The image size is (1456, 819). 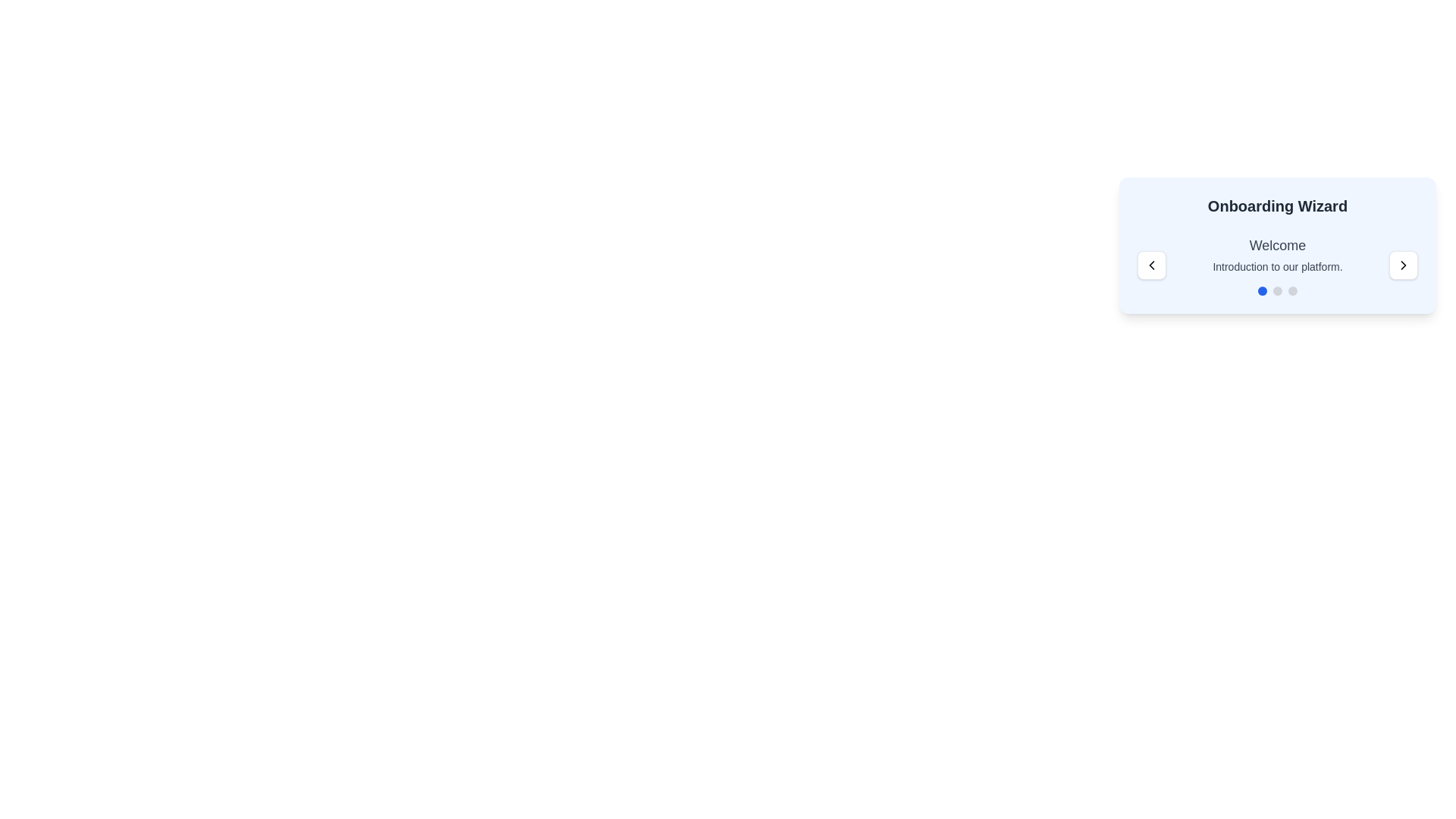 What do you see at coordinates (1276, 206) in the screenshot?
I see `the onboarding wizard title header located at the top of the card-like component, which provides context for the current page or process` at bounding box center [1276, 206].